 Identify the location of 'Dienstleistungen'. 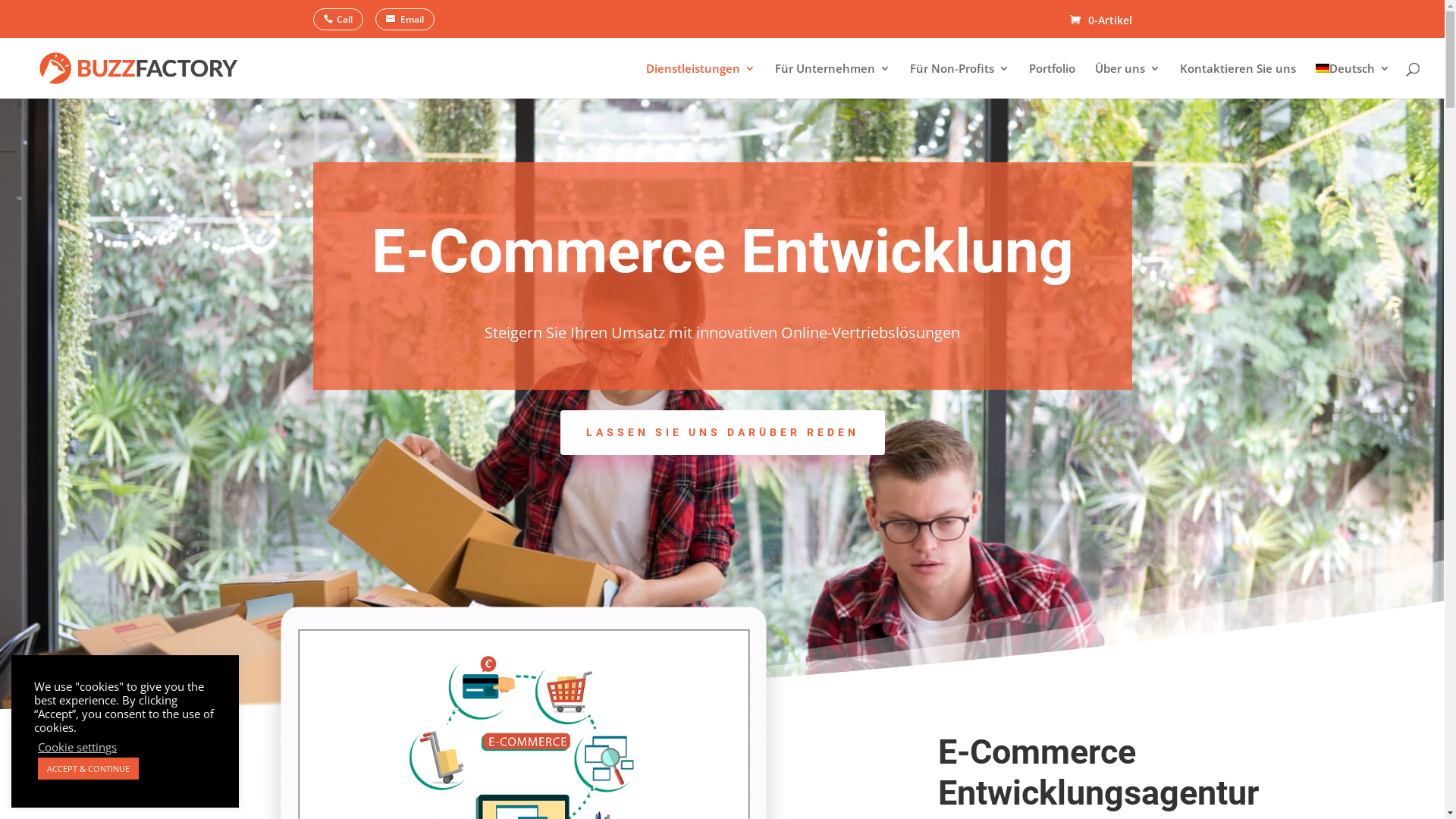
(700, 80).